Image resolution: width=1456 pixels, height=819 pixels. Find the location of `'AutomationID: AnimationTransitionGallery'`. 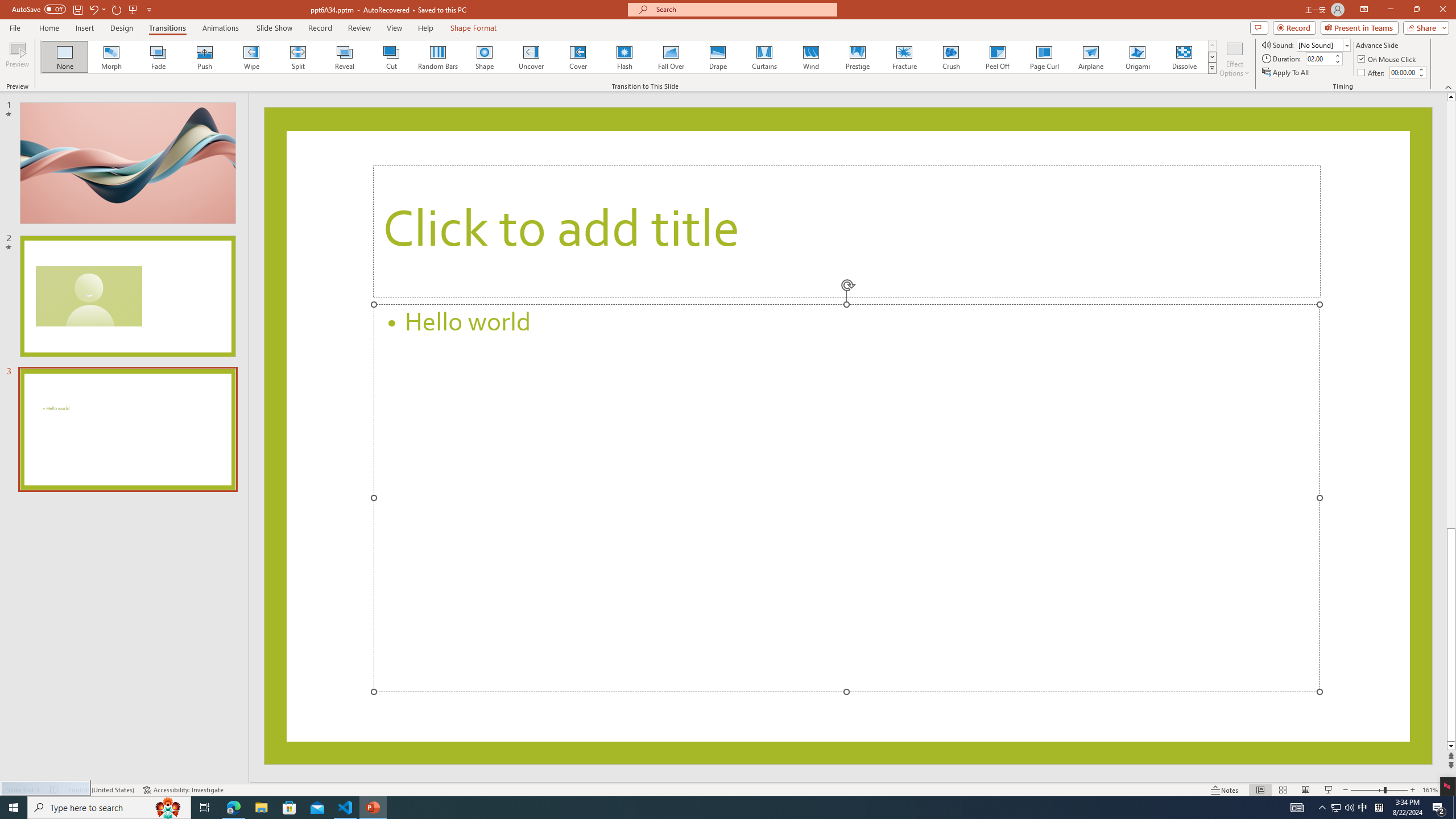

'AutomationID: AnimationTransitionGallery' is located at coordinates (628, 56).